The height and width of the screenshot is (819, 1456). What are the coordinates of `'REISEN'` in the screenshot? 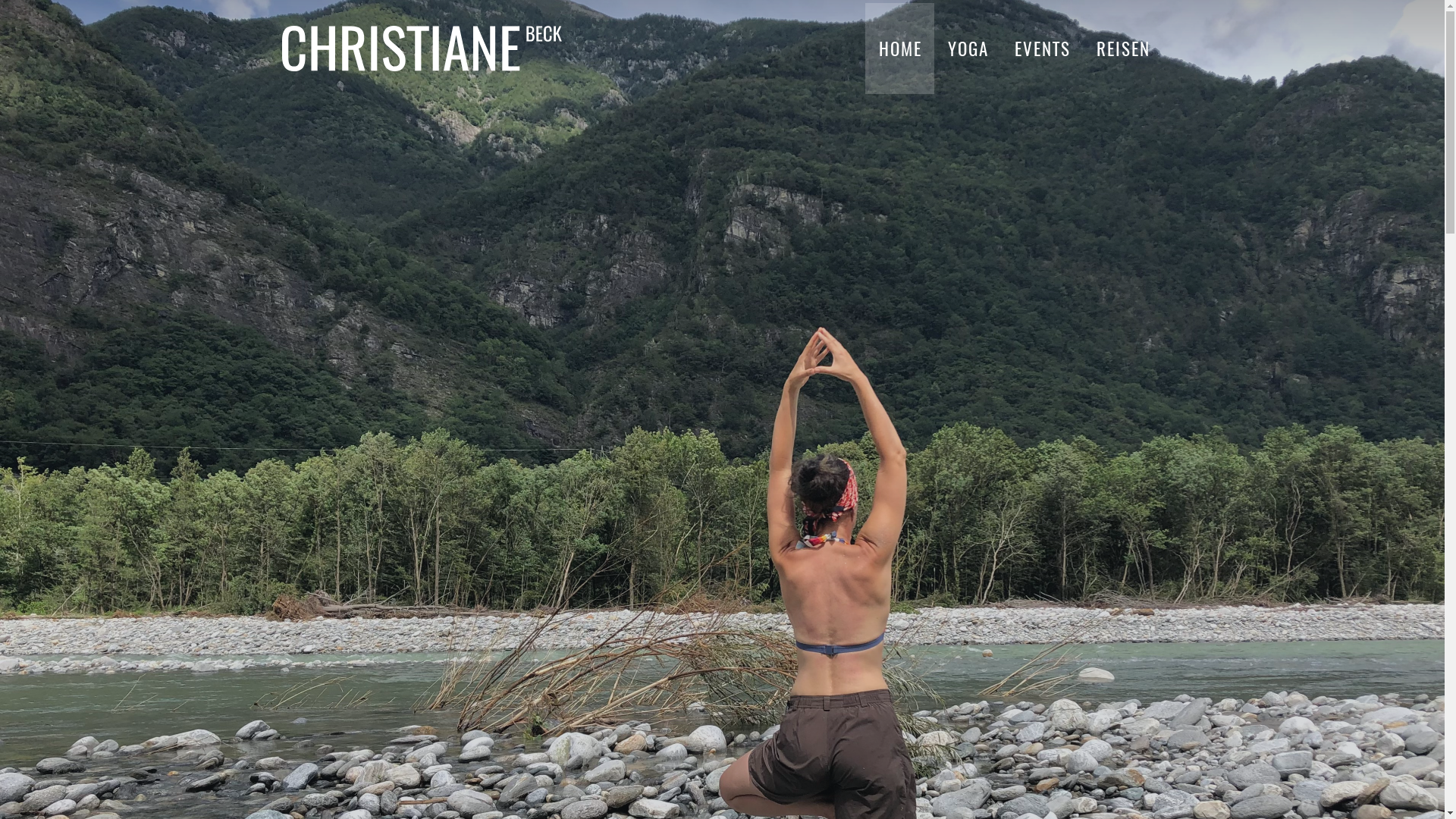 It's located at (1122, 48).